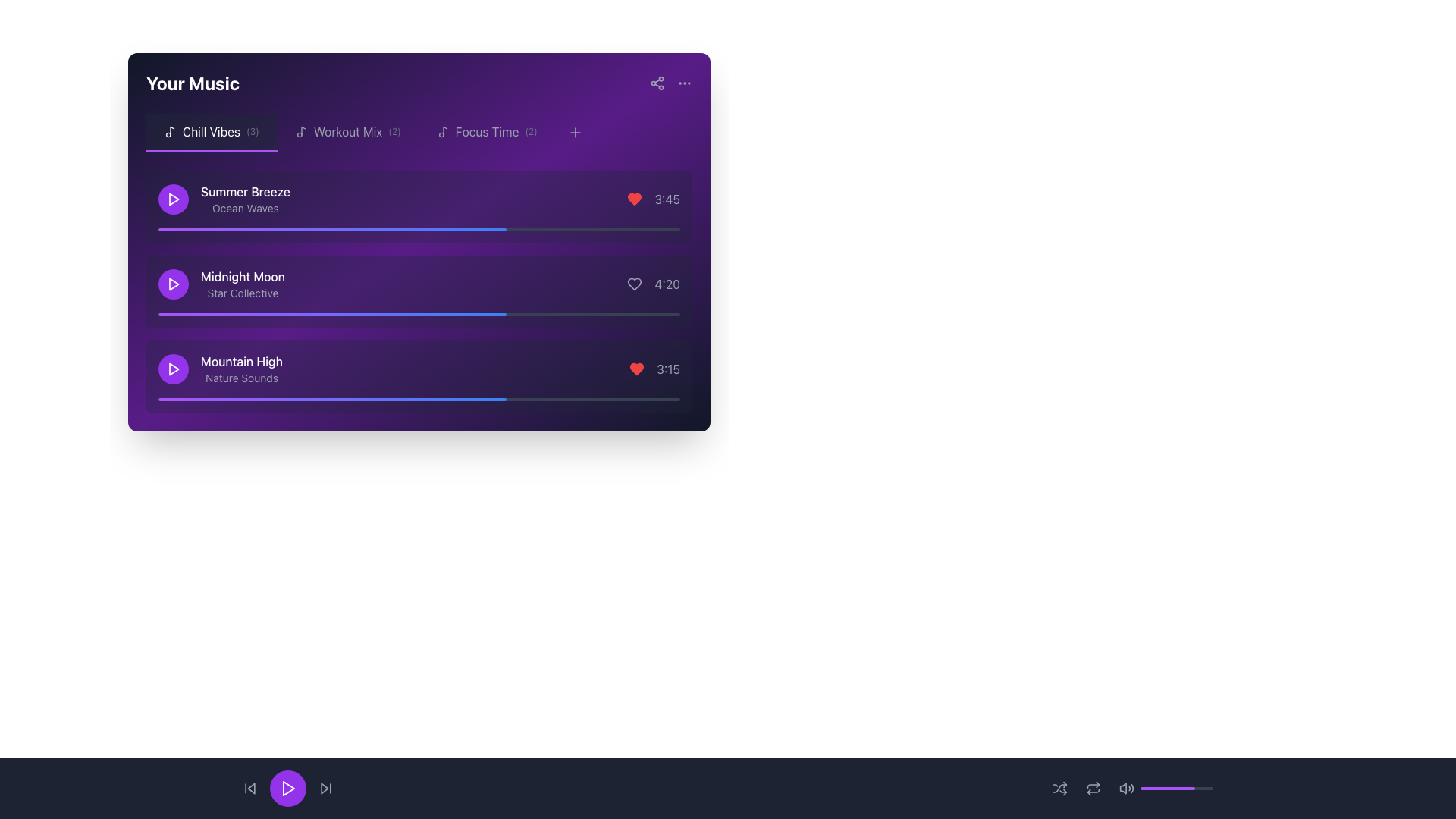 The height and width of the screenshot is (819, 1456). Describe the element at coordinates (287, 788) in the screenshot. I see `the playback button` at that location.